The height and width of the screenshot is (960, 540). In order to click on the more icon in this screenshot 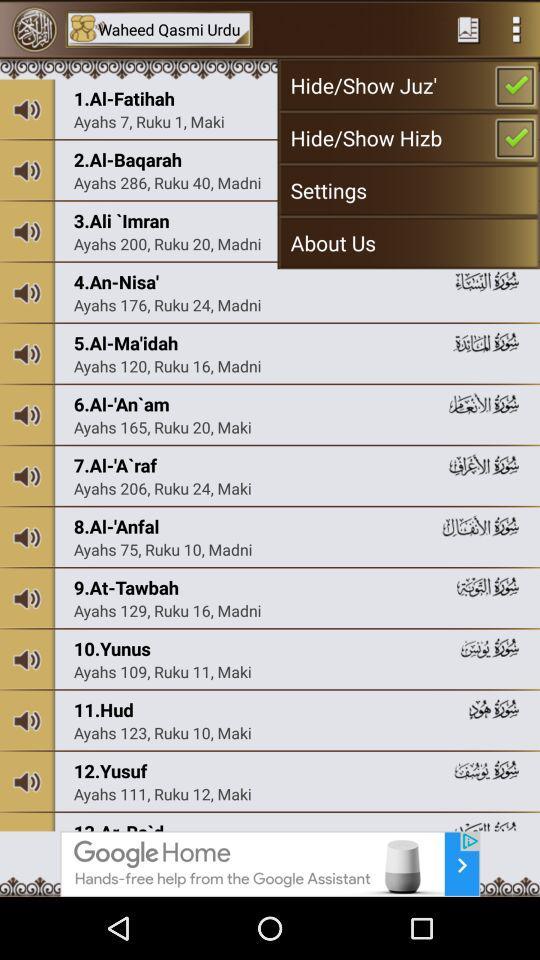, I will do `click(516, 30)`.